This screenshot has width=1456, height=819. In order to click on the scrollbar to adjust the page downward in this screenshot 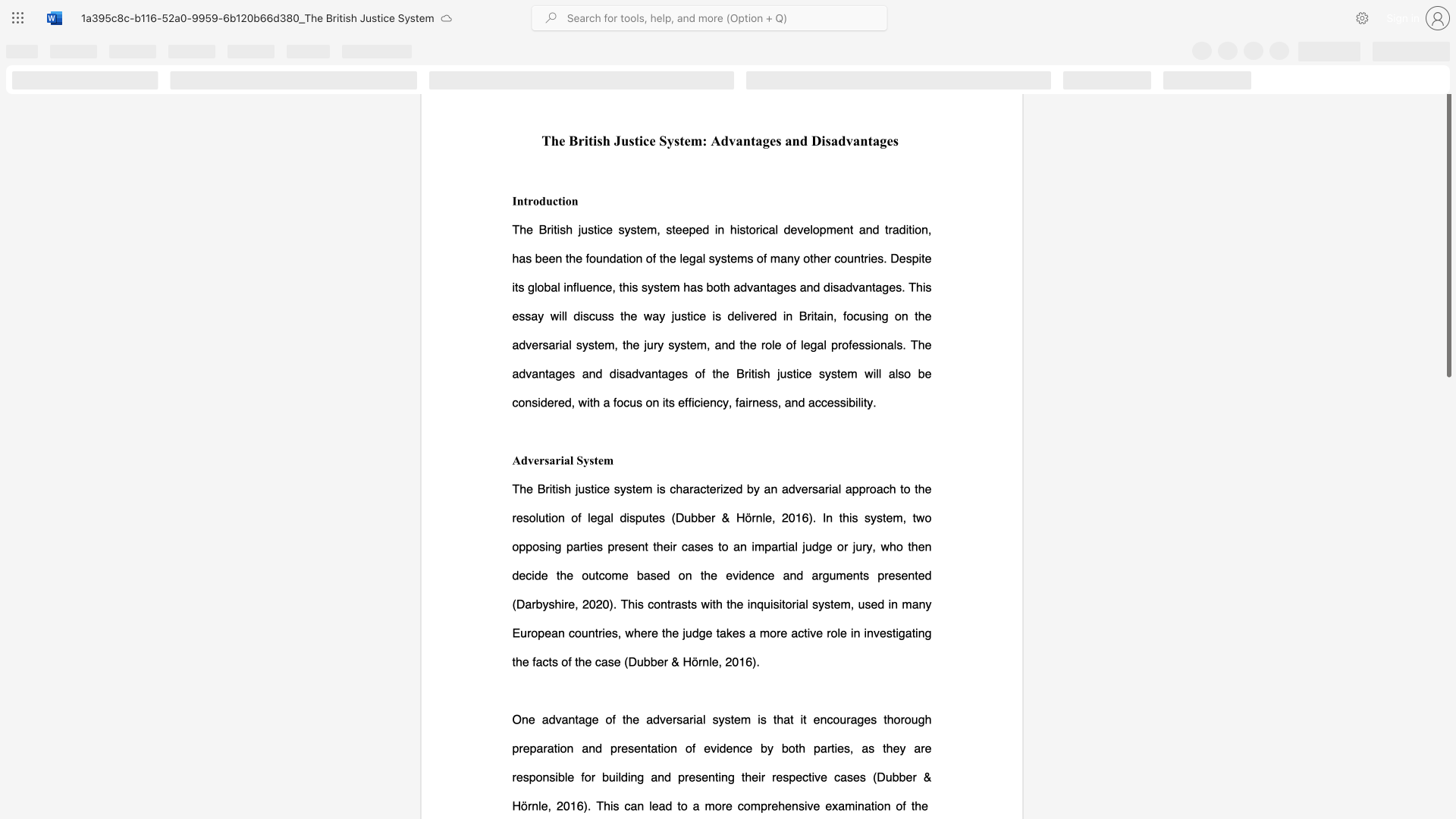, I will do `click(1448, 742)`.